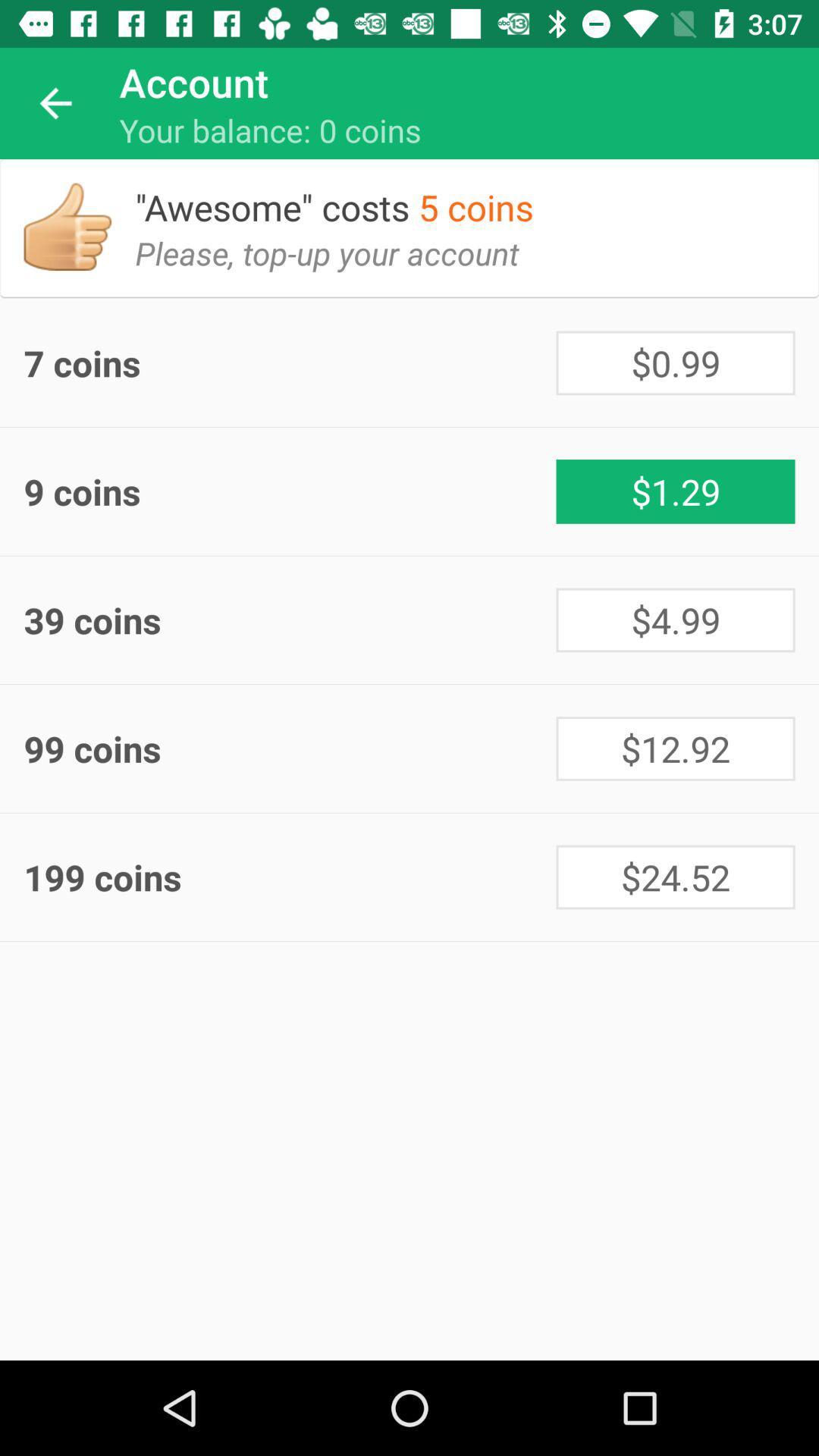  I want to click on item next to $1.29, so click(290, 491).